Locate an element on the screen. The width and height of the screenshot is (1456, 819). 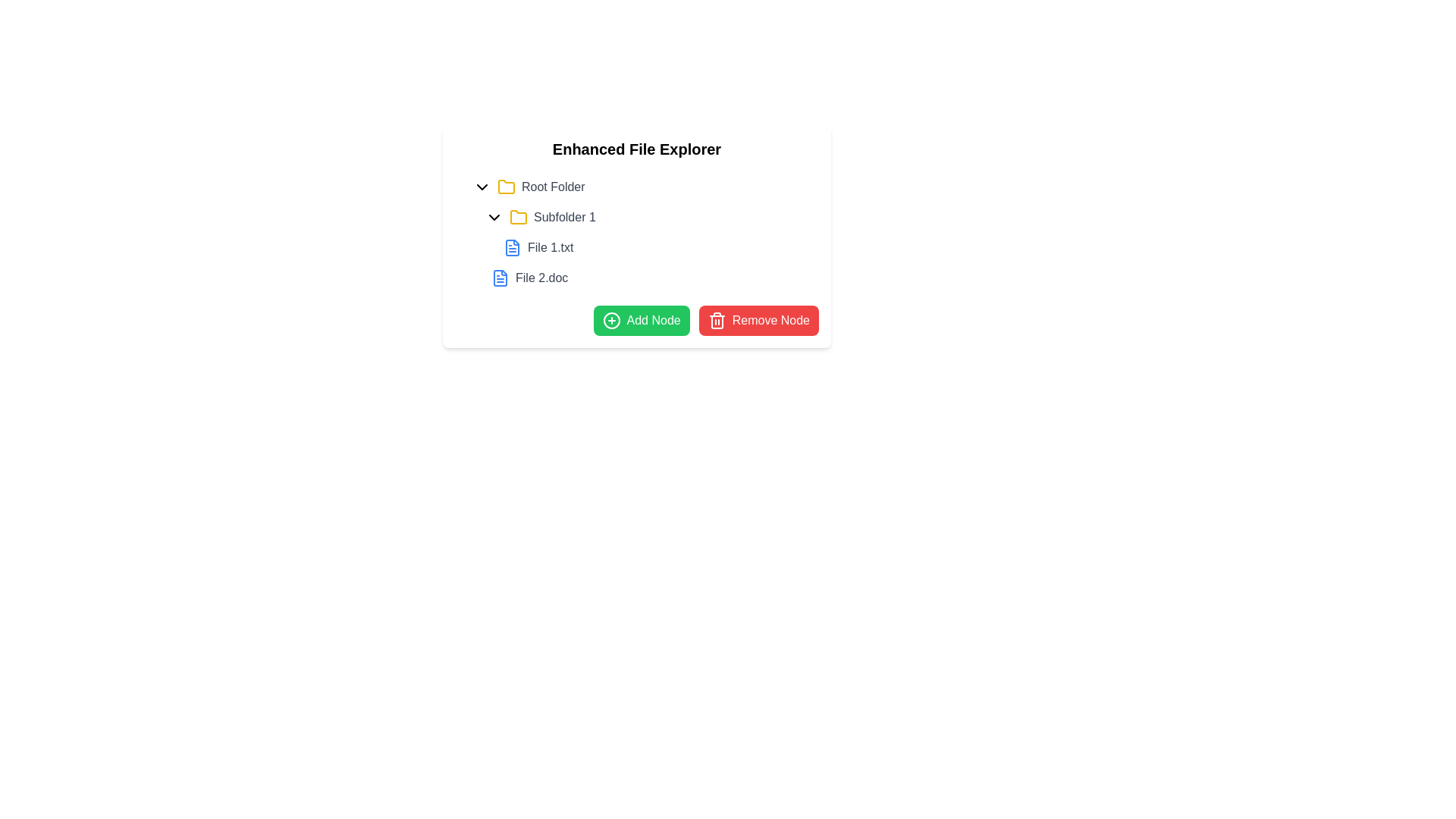
the 'Add Node' button located at the bottom right corner of the 'Enhanced File Explorer' interface is located at coordinates (637, 320).